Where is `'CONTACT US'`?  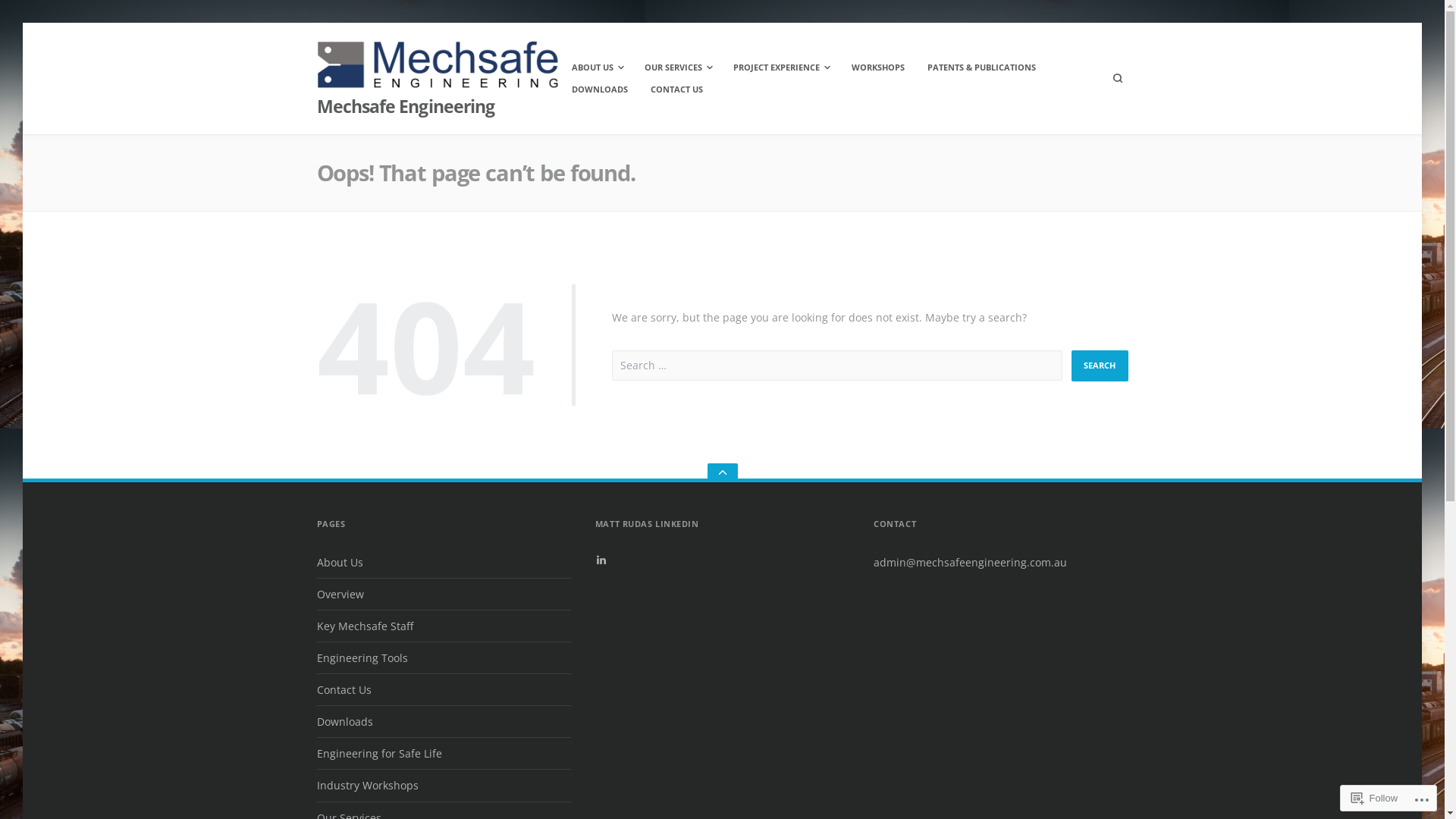
'CONTACT US' is located at coordinates (641, 89).